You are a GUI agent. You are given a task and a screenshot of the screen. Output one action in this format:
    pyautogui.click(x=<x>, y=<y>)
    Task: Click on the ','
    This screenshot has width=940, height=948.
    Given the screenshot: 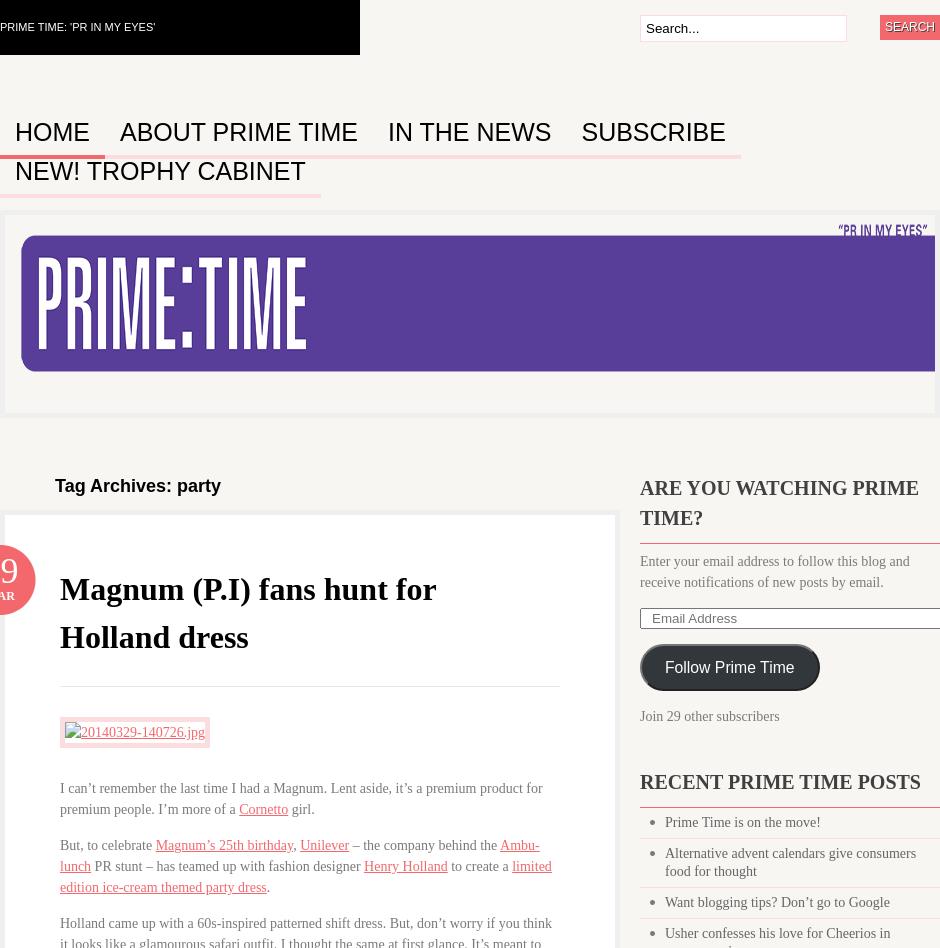 What is the action you would take?
    pyautogui.click(x=295, y=844)
    